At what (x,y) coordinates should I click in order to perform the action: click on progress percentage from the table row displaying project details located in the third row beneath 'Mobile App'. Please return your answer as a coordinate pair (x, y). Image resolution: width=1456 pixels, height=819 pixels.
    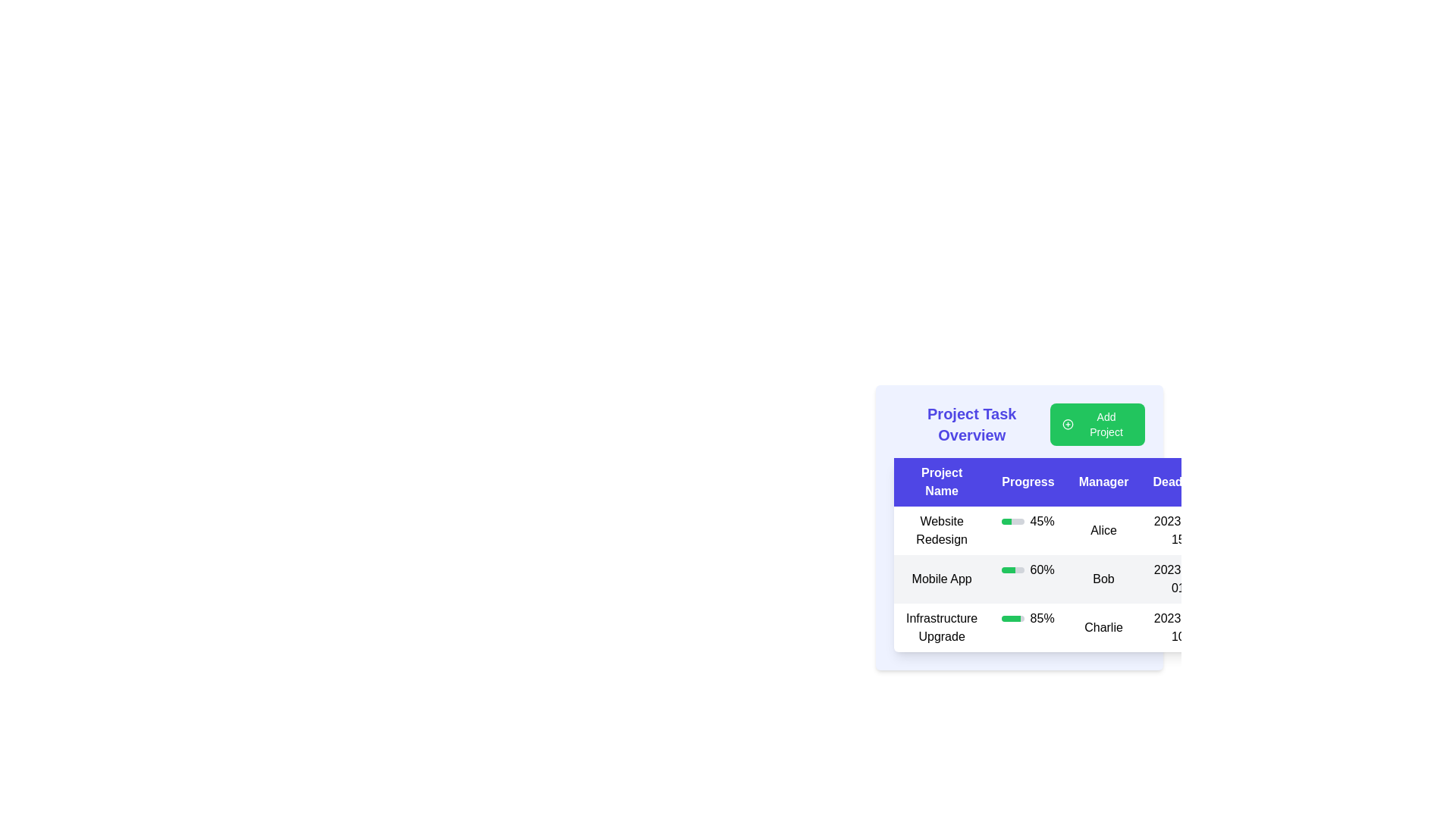
    Looking at the image, I should click on (1054, 628).